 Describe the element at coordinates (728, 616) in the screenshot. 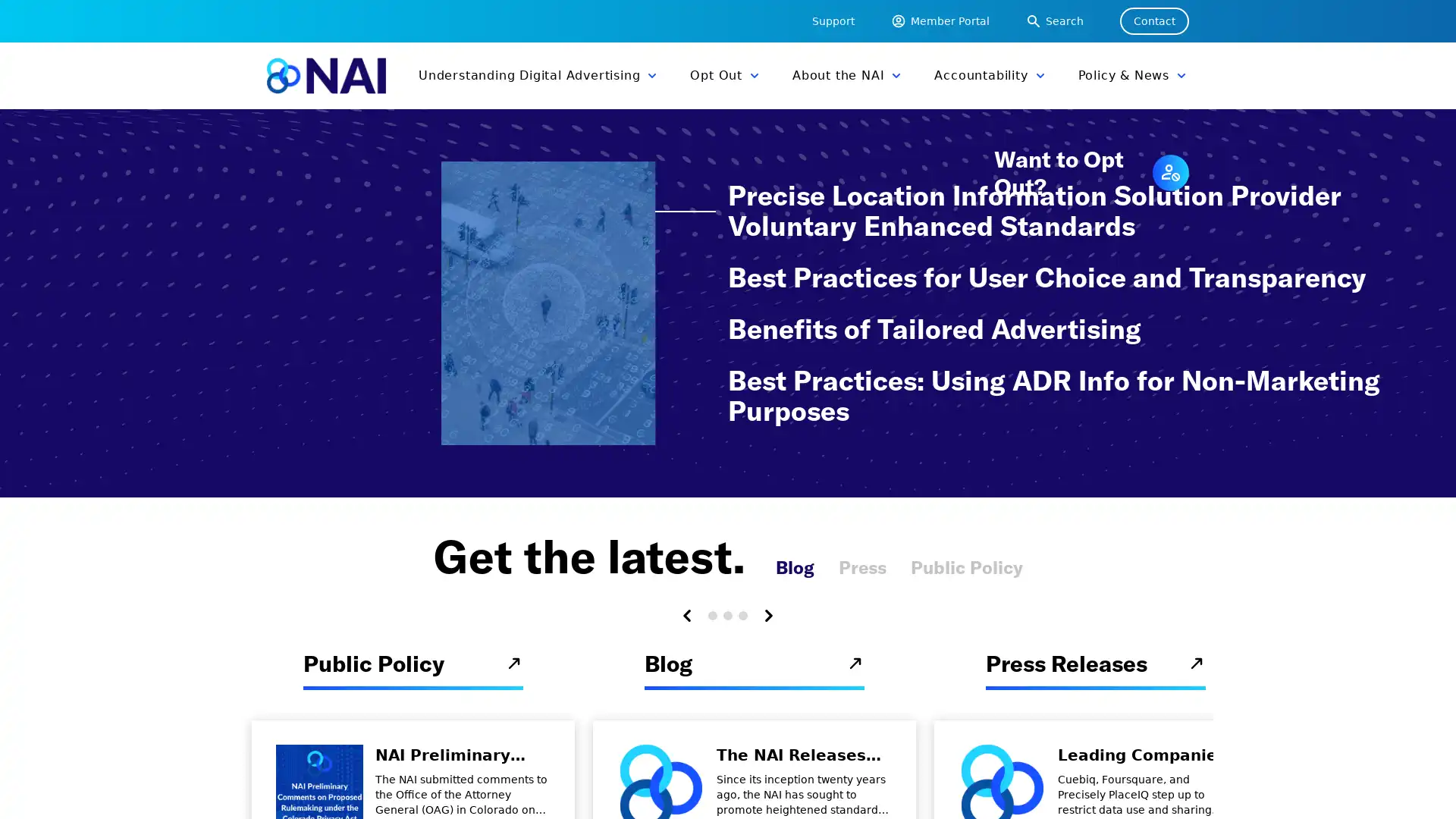

I see `Carousel Page 2` at that location.